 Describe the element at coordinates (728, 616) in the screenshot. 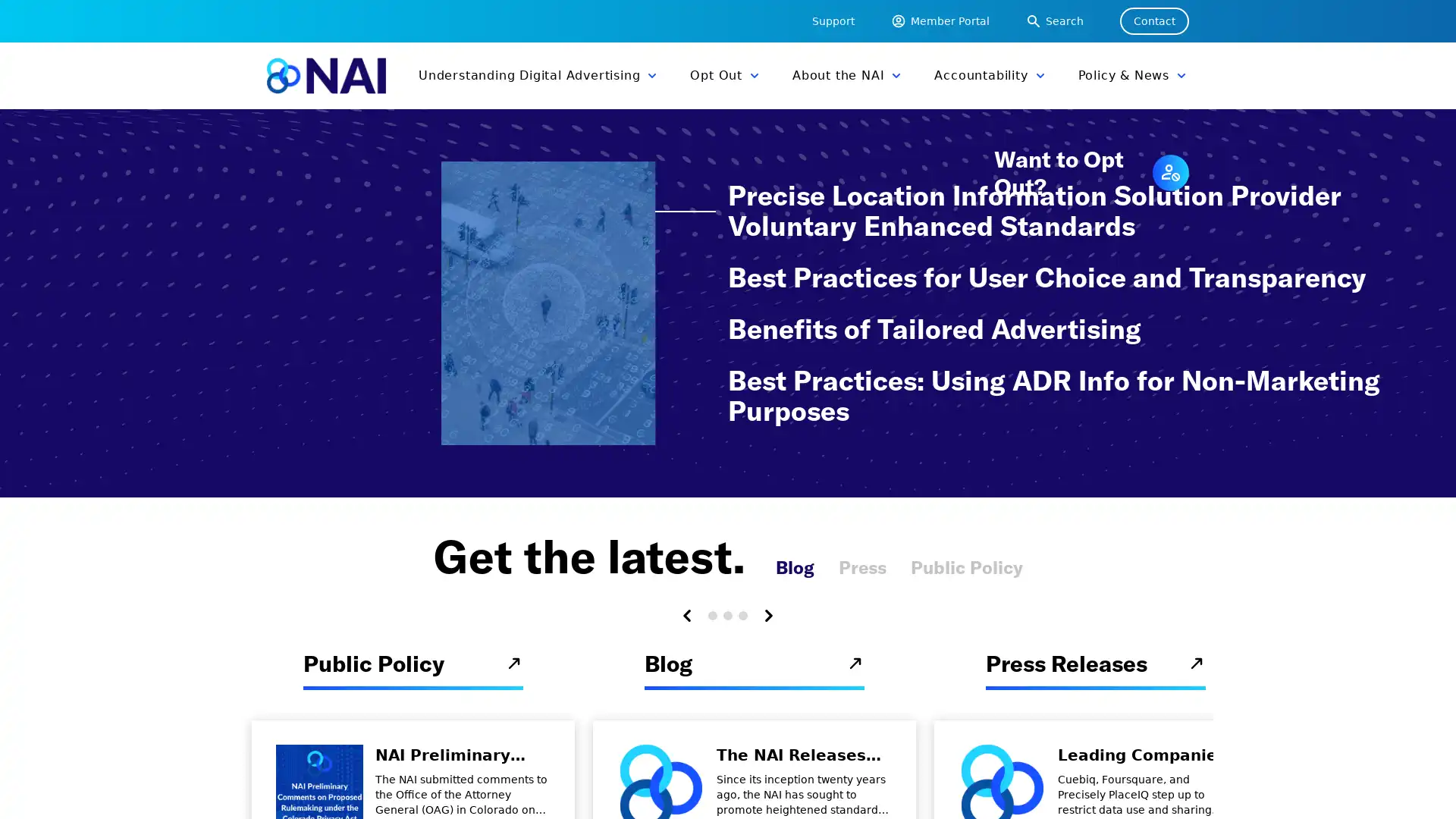

I see `Carousel Page 2` at that location.